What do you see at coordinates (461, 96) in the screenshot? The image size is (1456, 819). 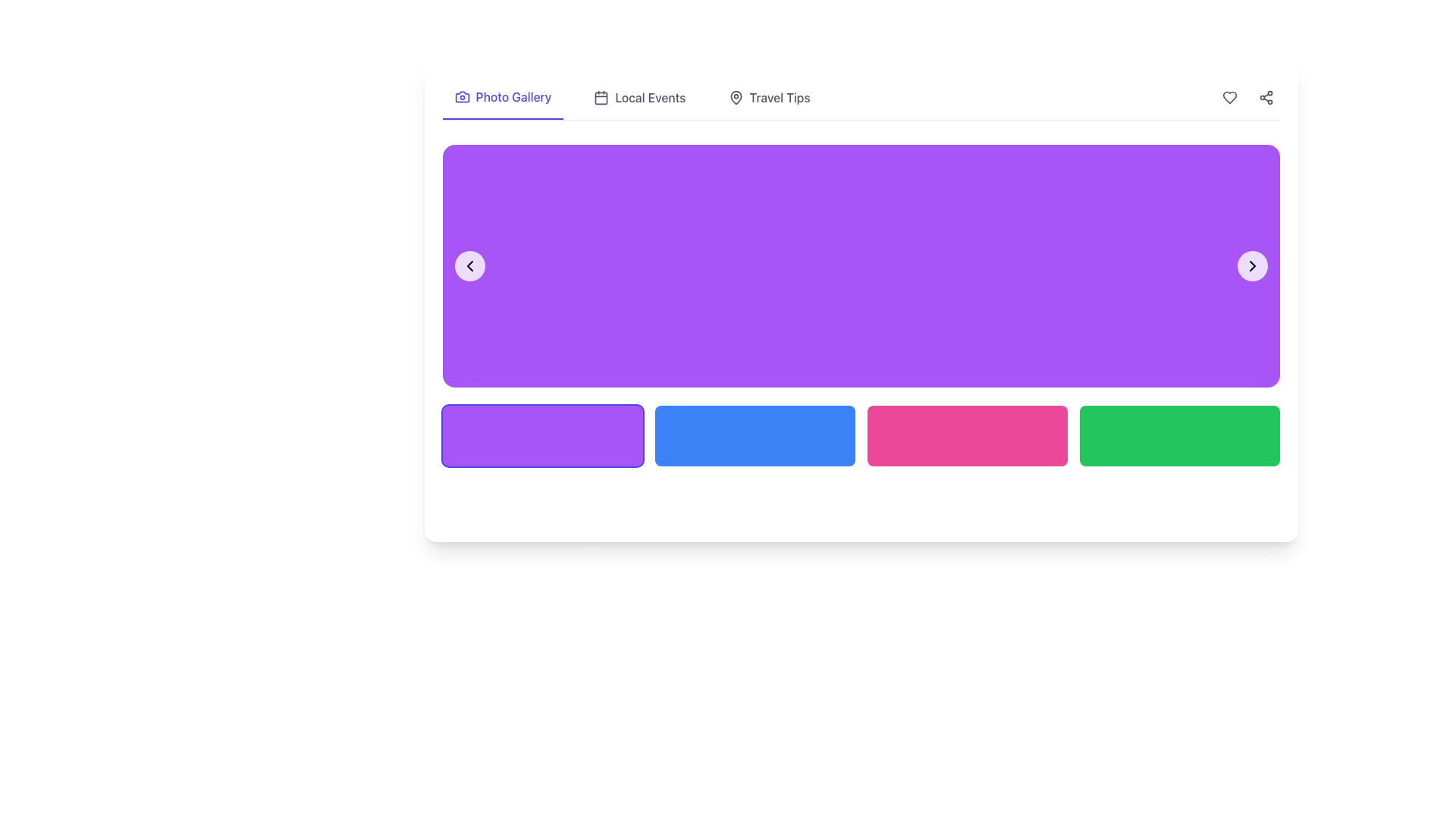 I see `the 'Photo Gallery' tab icon located in the navigation bar, which visually represents the corresponding section` at bounding box center [461, 96].